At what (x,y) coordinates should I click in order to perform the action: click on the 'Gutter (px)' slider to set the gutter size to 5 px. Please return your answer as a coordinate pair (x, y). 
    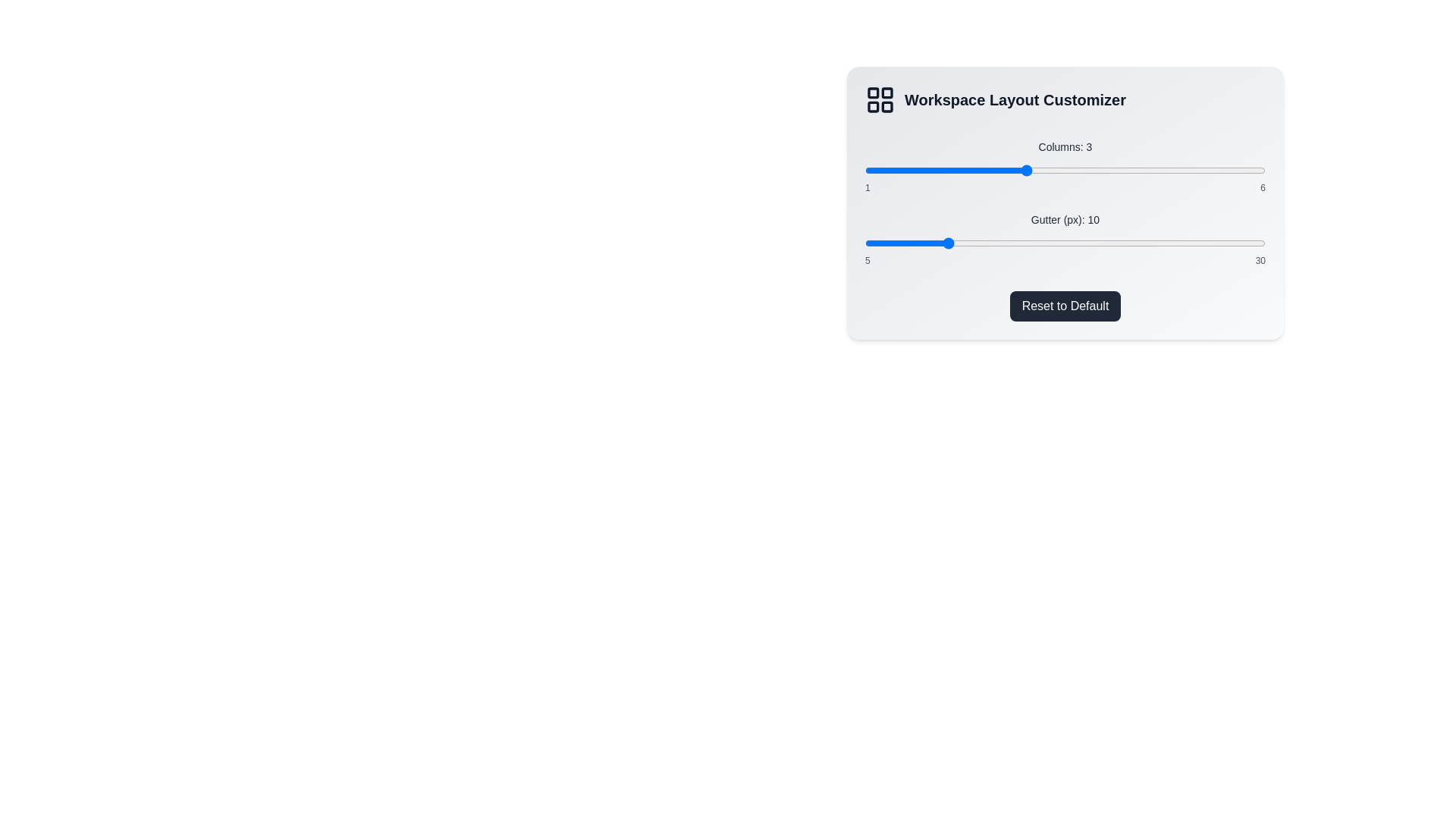
    Looking at the image, I should click on (865, 242).